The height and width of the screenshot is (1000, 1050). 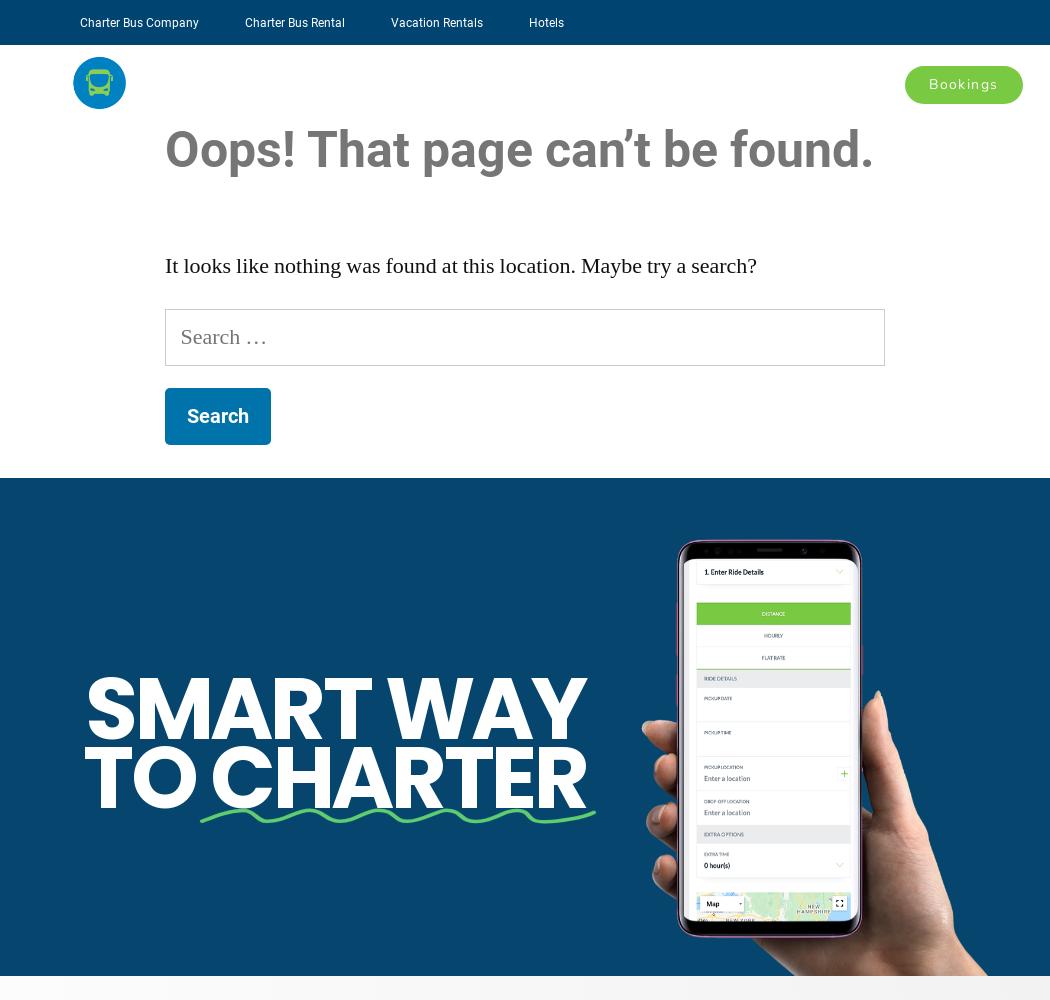 I want to click on 'Vacation Rentals', so click(x=436, y=22).